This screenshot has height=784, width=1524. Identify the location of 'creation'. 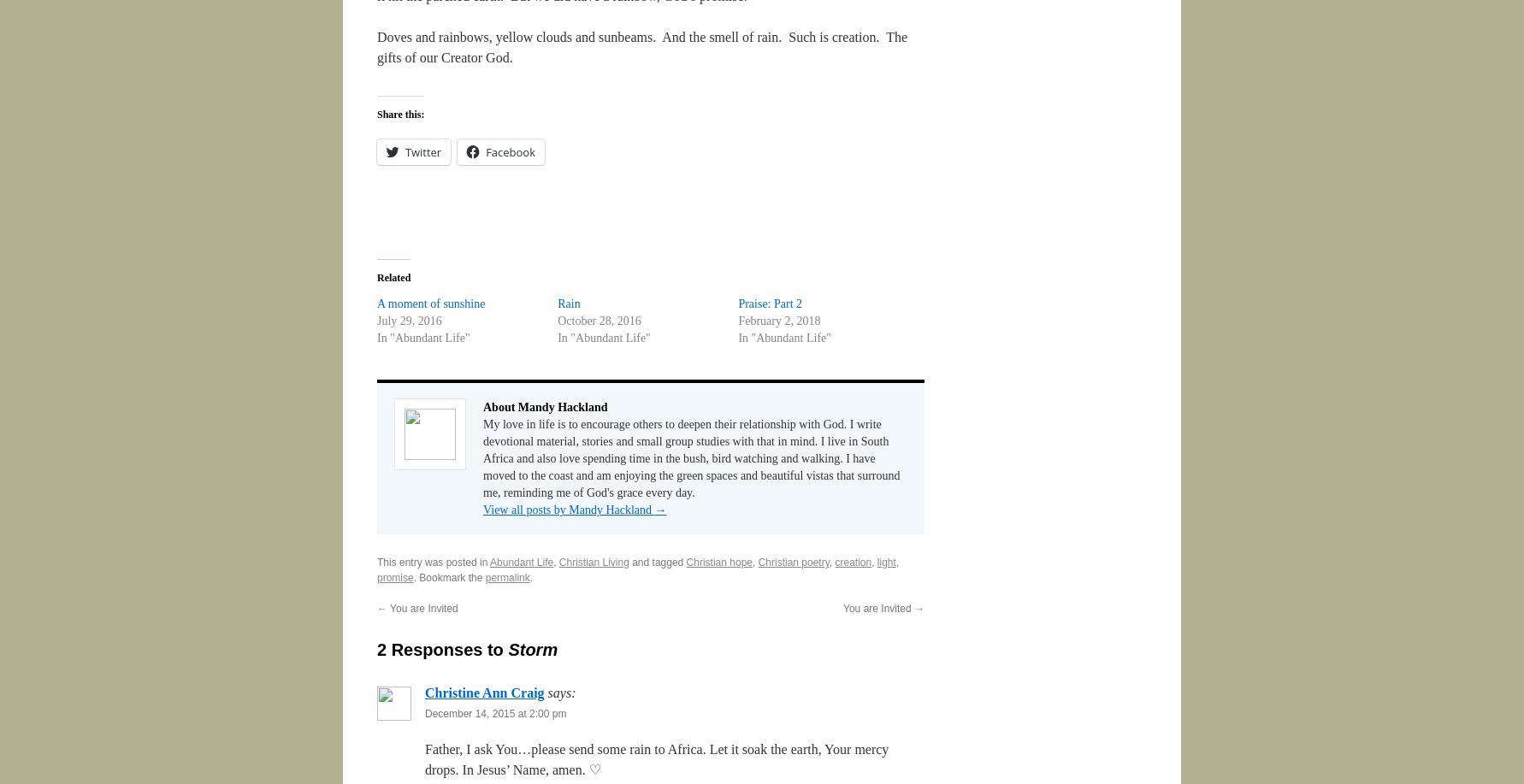
(852, 563).